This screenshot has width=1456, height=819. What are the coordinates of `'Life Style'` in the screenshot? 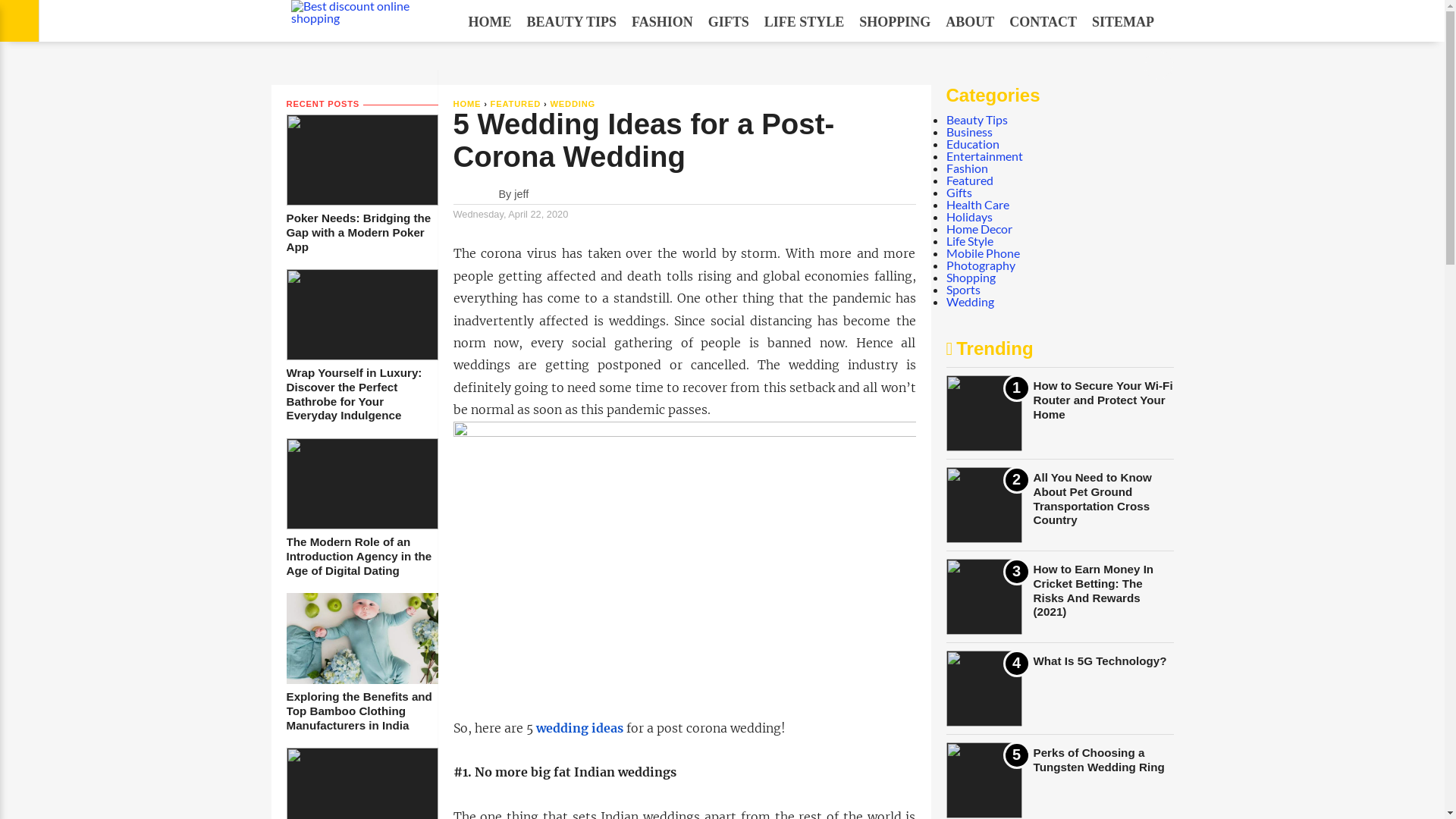 It's located at (968, 240).